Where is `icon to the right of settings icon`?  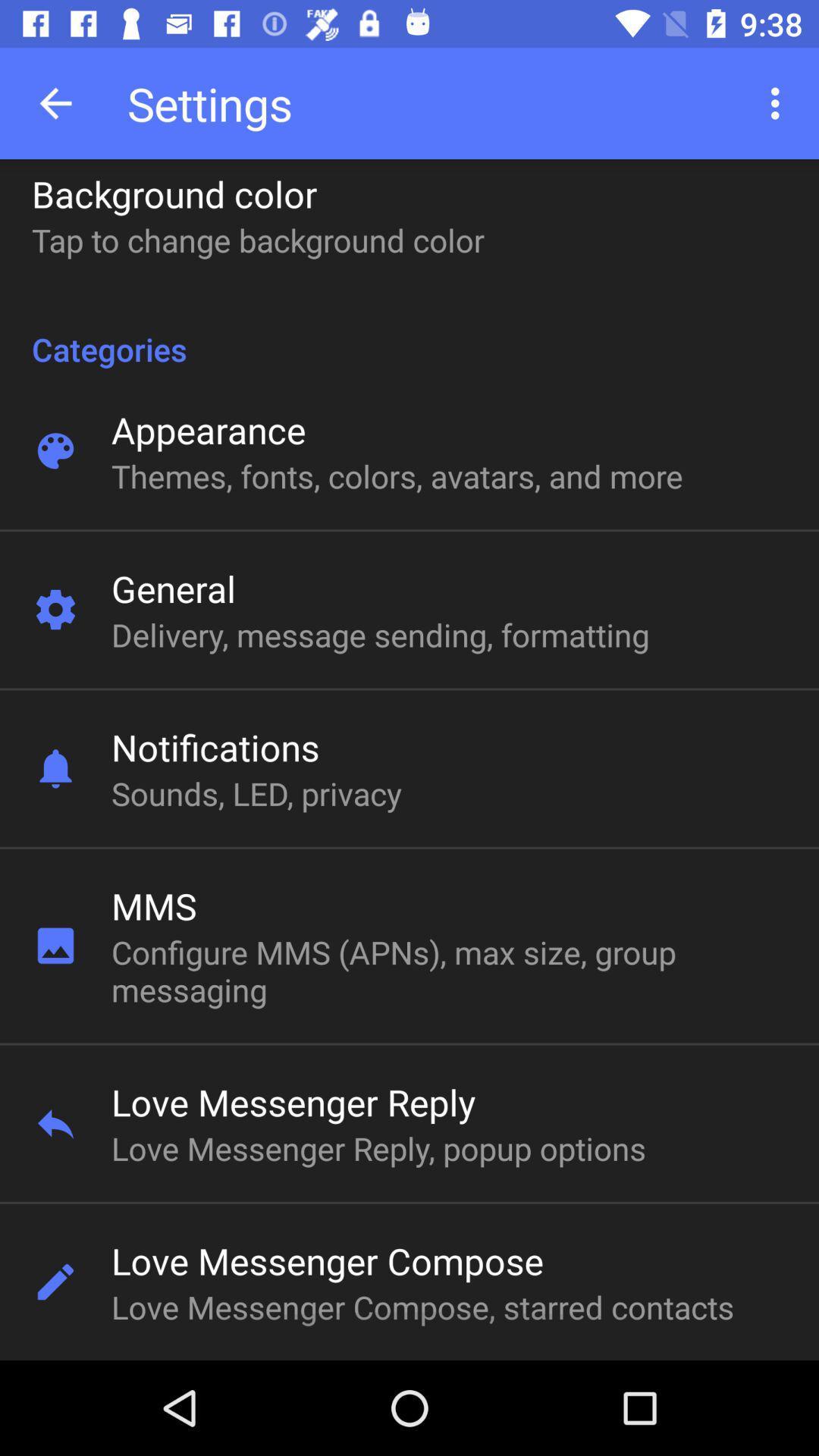 icon to the right of settings icon is located at coordinates (779, 102).